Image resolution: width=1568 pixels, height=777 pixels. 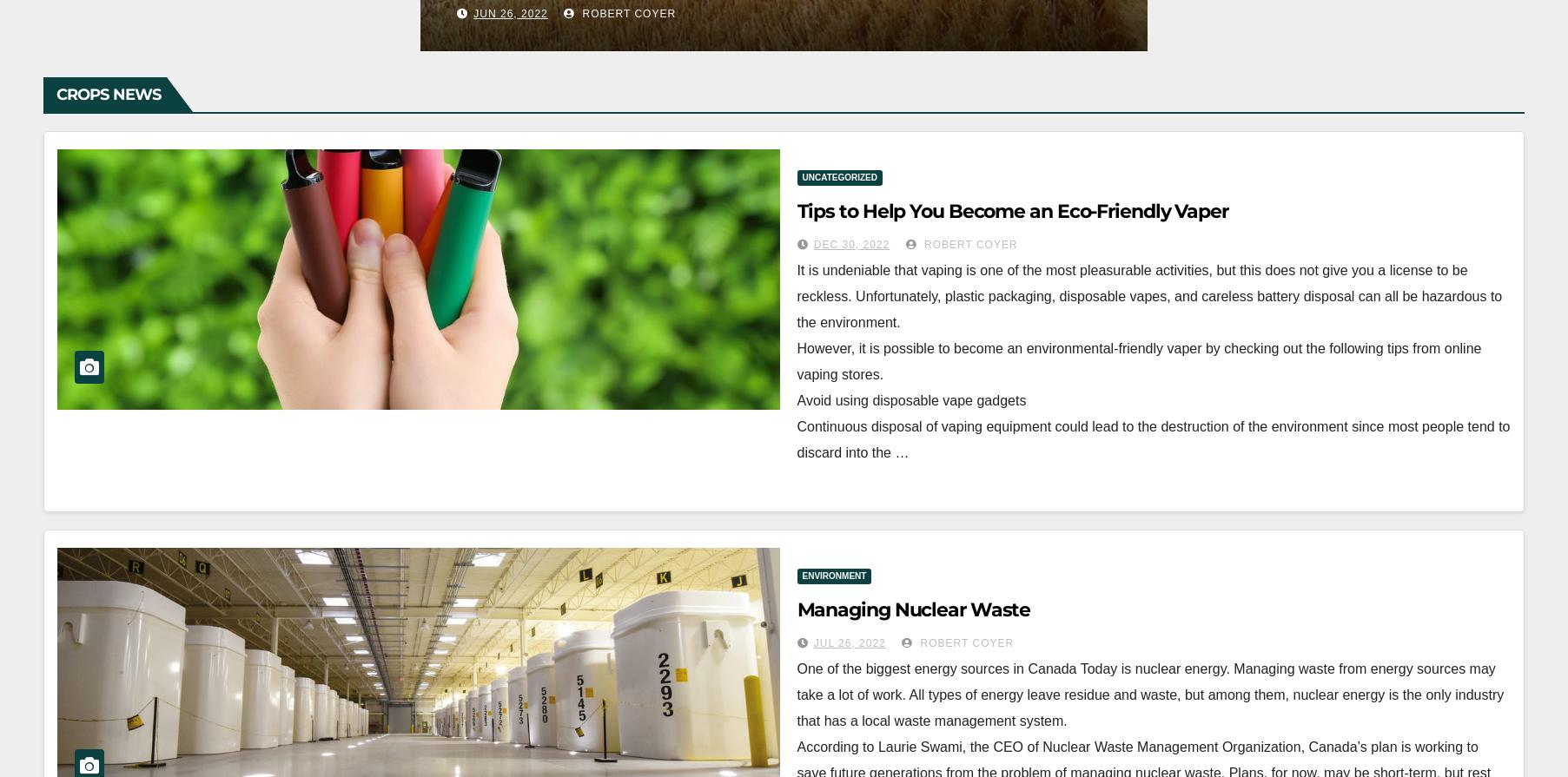 I want to click on 'It is undeniable that vaping is one of the most pleasurable activities, but this does not give you a license to be reckless. Unfortunately, plastic packaging, disposable vapes, and careless battery disposal can all be hazardous to the environment.', so click(x=1149, y=295).